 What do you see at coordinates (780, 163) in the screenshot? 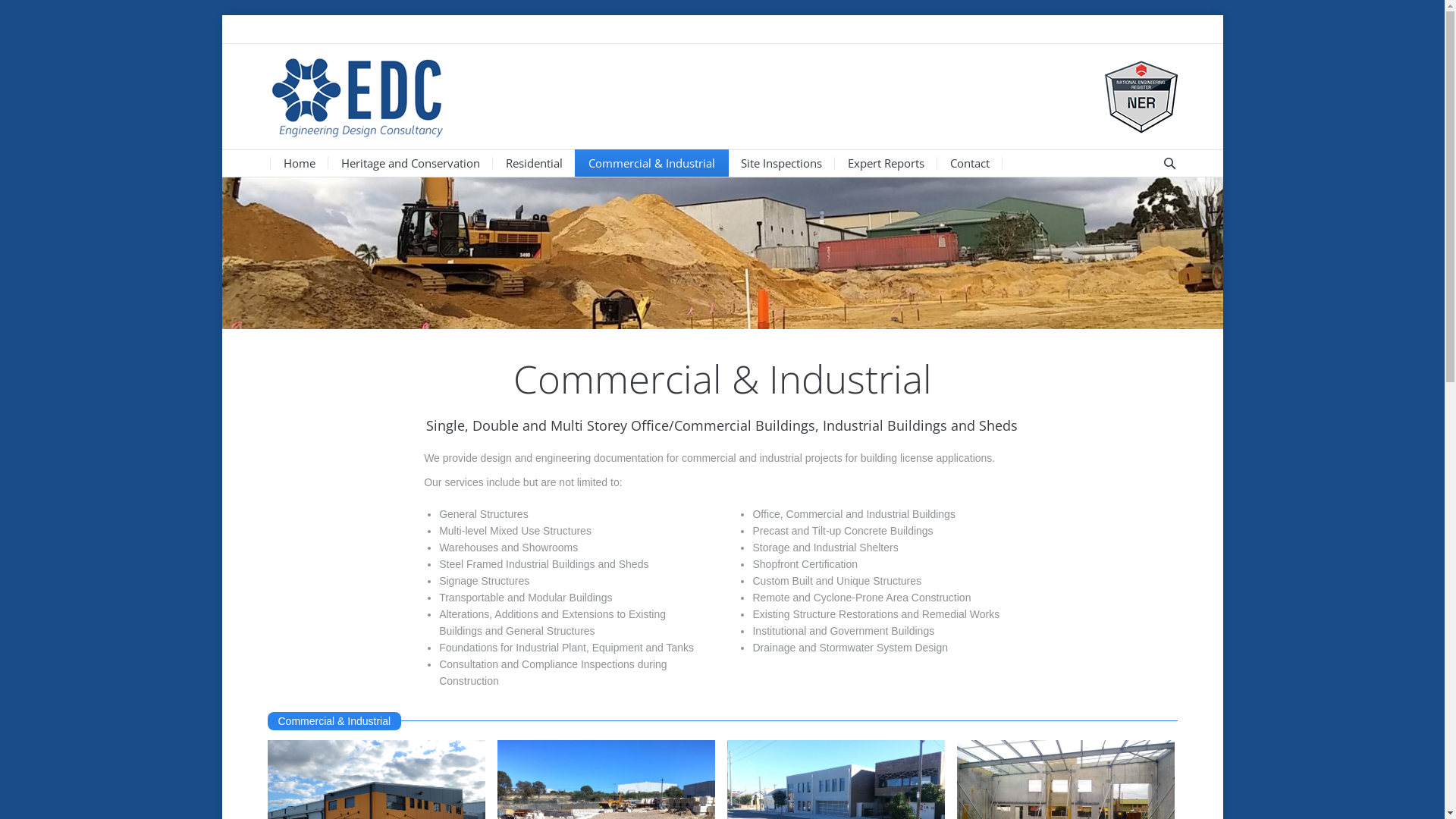
I see `'Site Inspections'` at bounding box center [780, 163].